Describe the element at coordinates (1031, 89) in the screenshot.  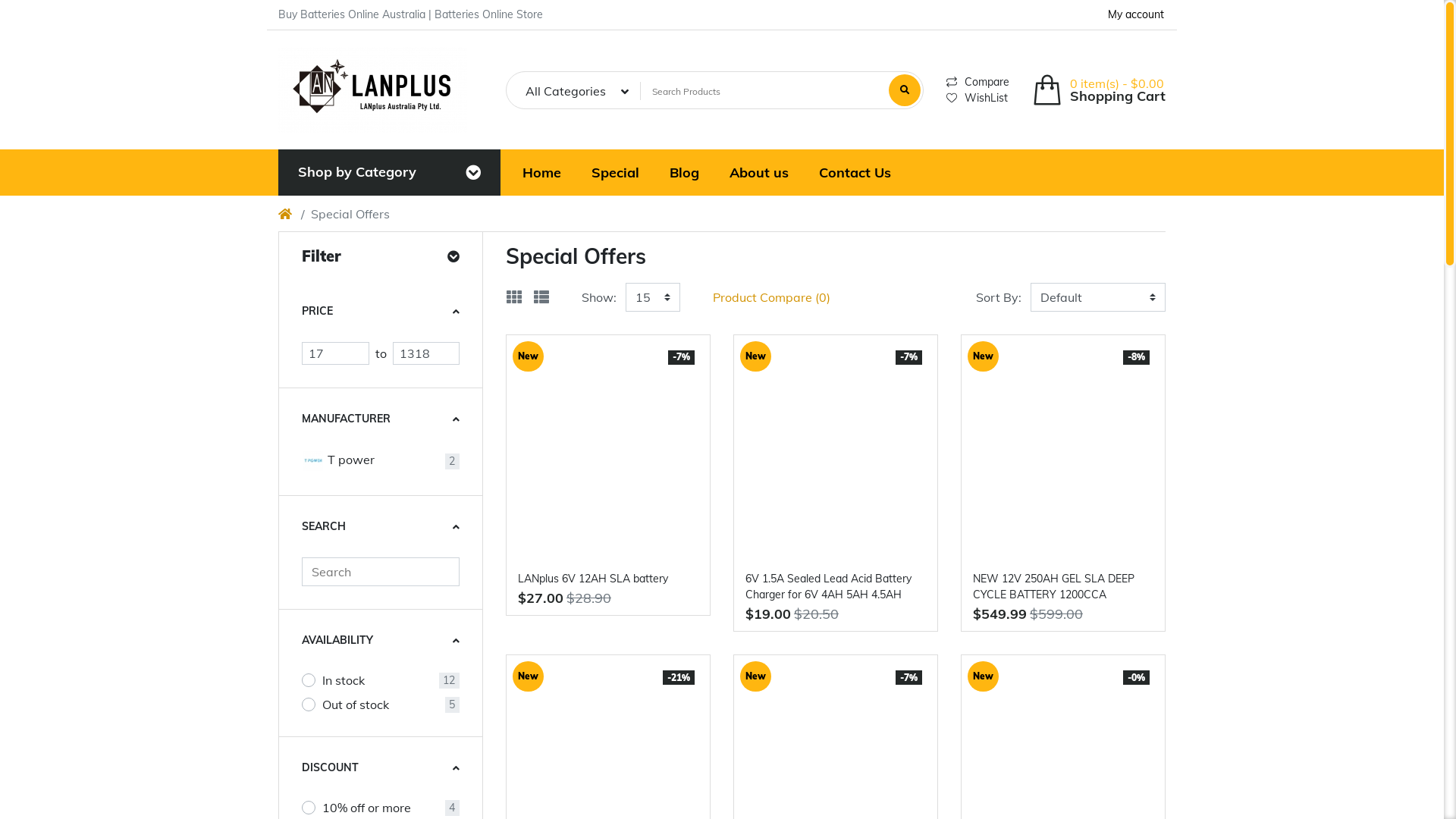
I see `'Shopping Cart` at that location.